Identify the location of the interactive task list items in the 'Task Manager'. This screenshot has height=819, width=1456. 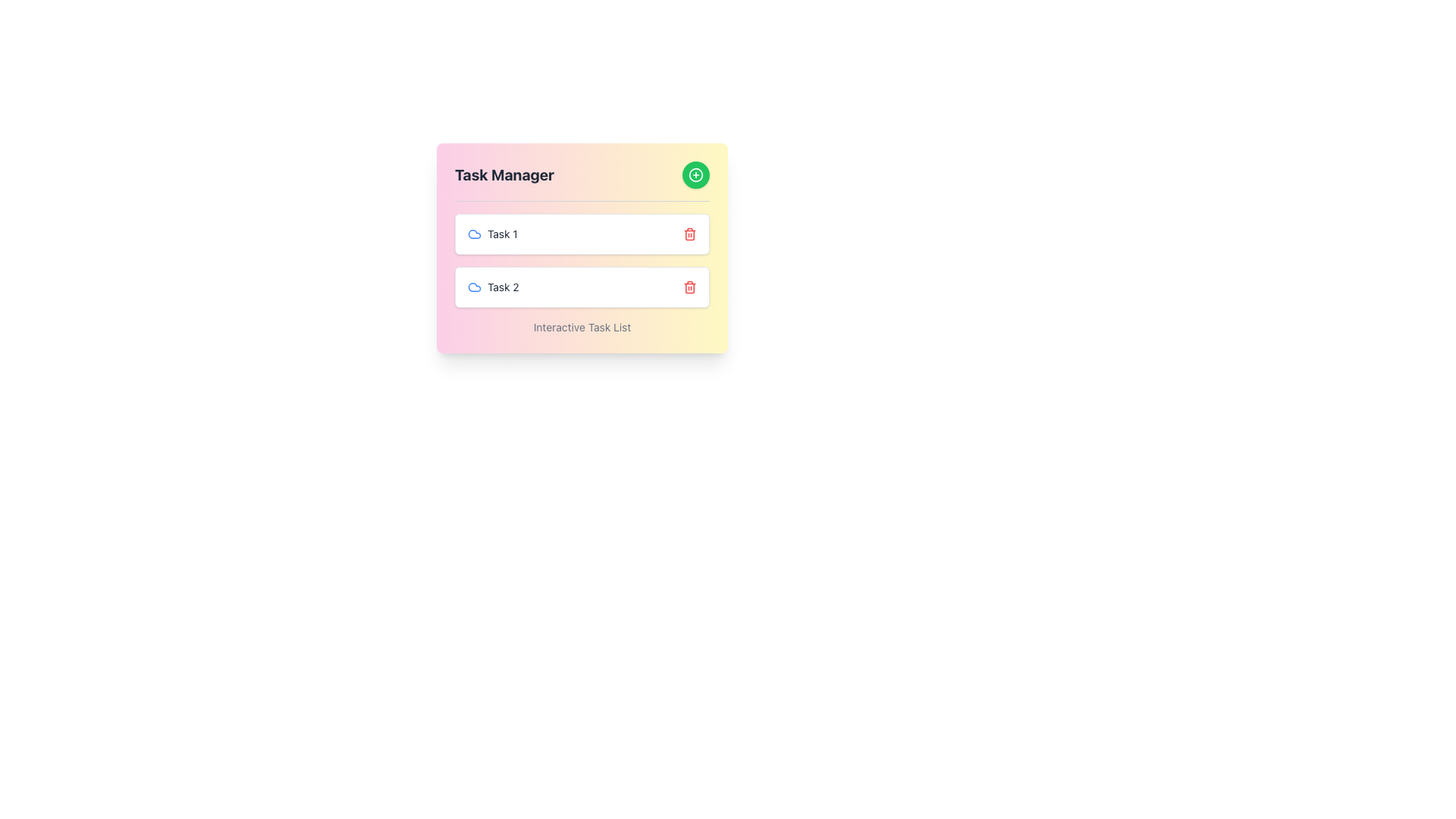
(582, 259).